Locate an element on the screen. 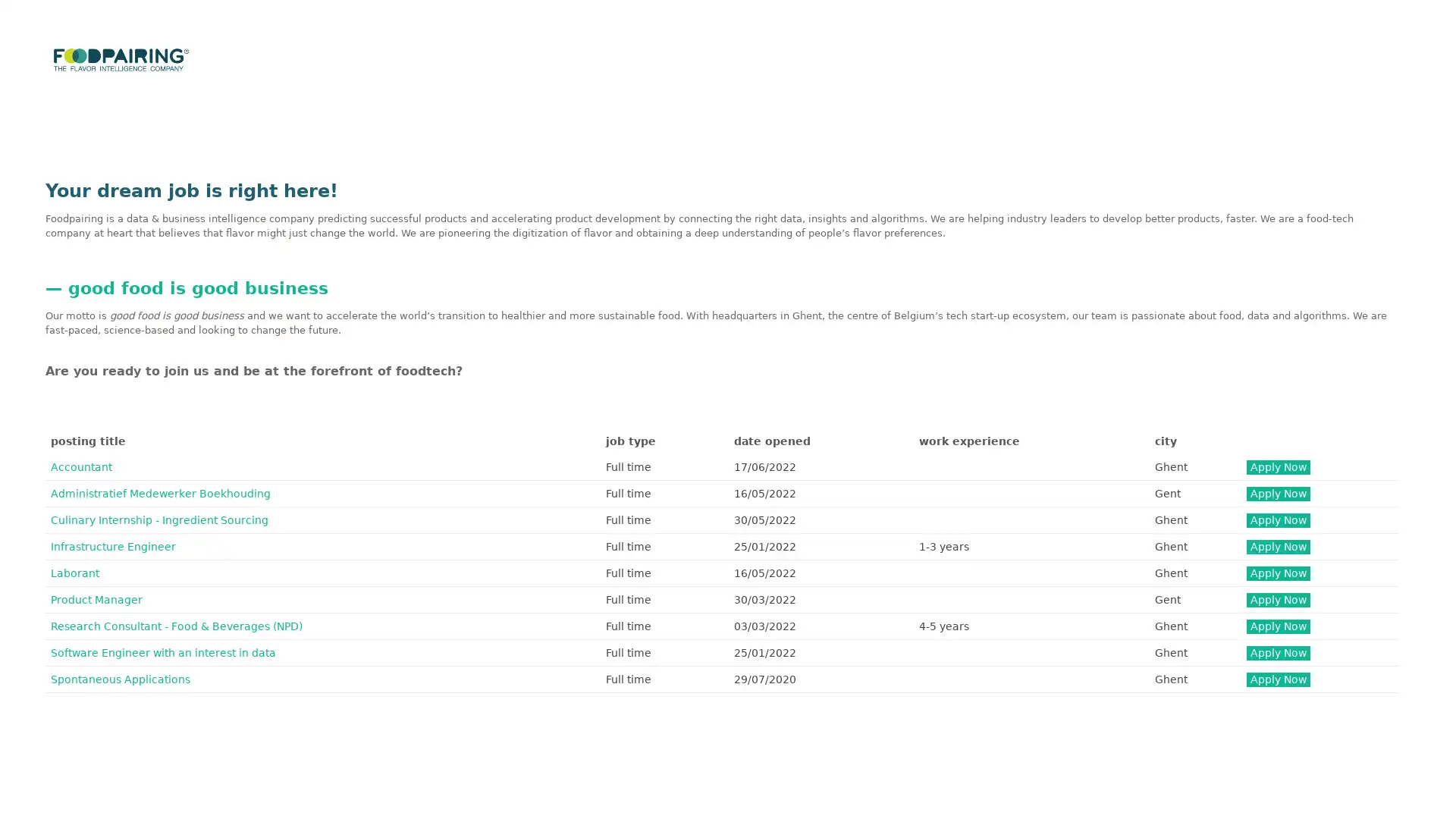 This screenshot has width=1456, height=819. Apply Now is located at coordinates (1276, 546).